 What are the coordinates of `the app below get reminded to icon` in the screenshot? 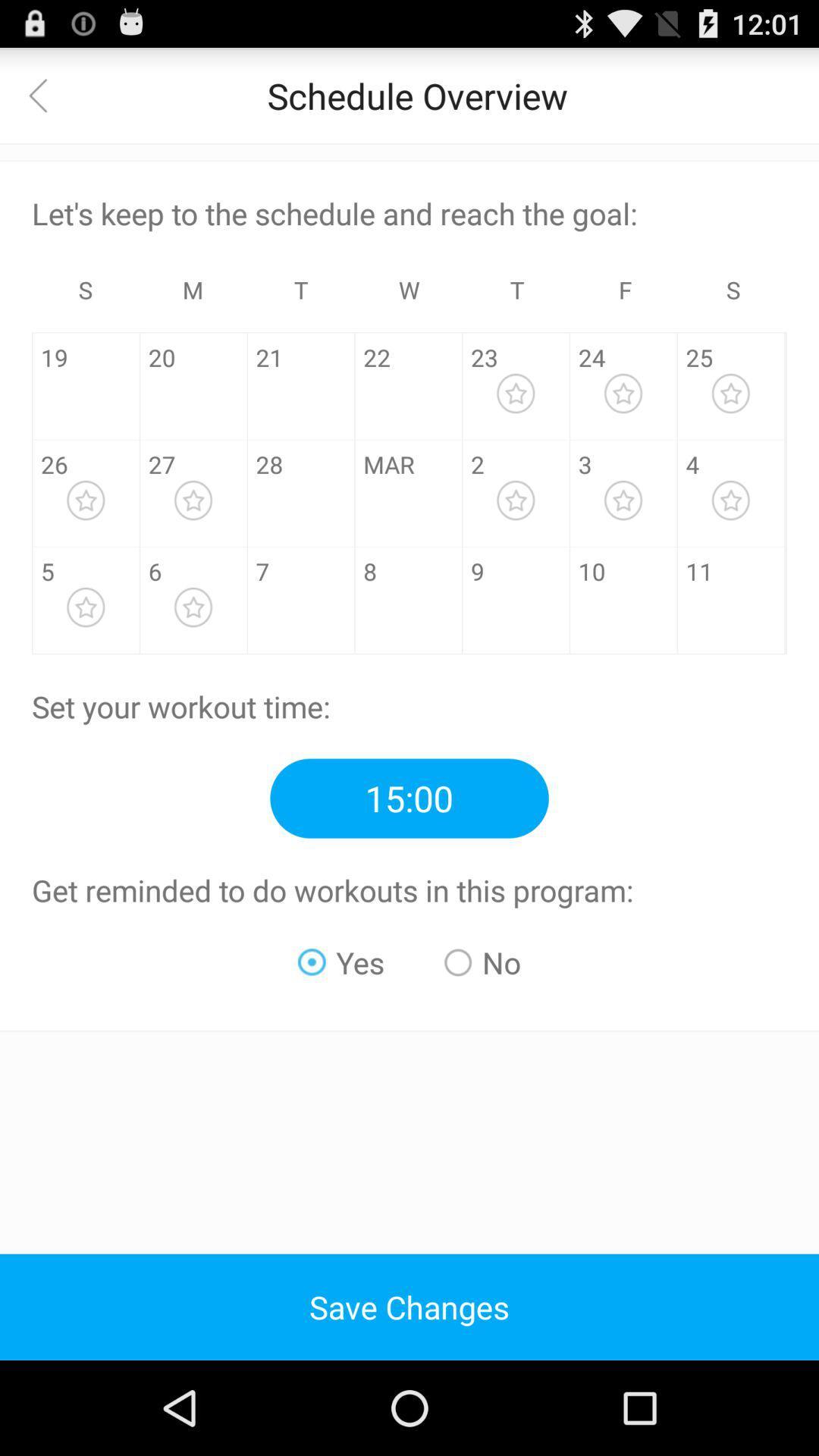 It's located at (341, 962).